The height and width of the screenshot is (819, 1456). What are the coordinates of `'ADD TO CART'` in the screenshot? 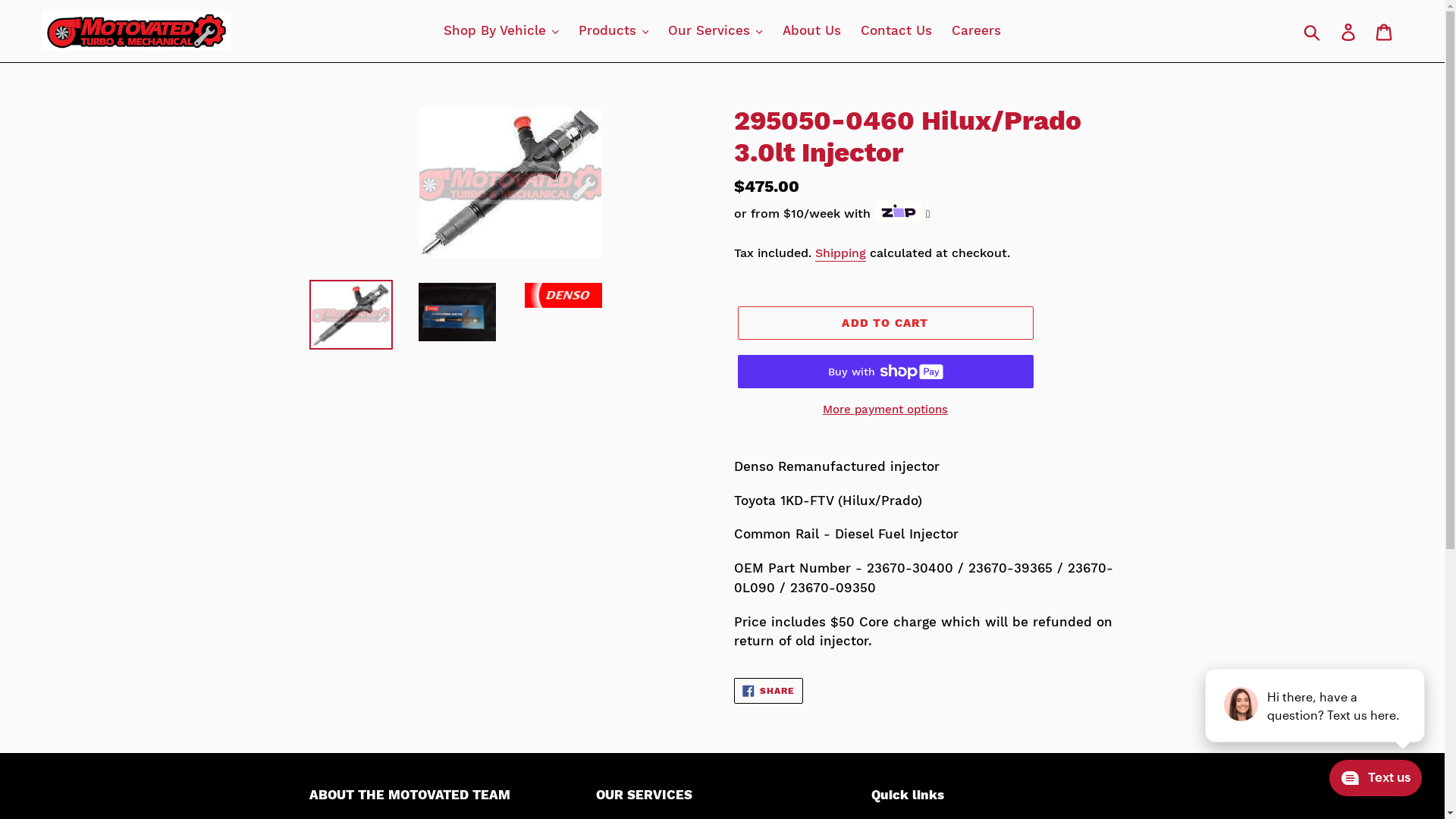 It's located at (884, 322).